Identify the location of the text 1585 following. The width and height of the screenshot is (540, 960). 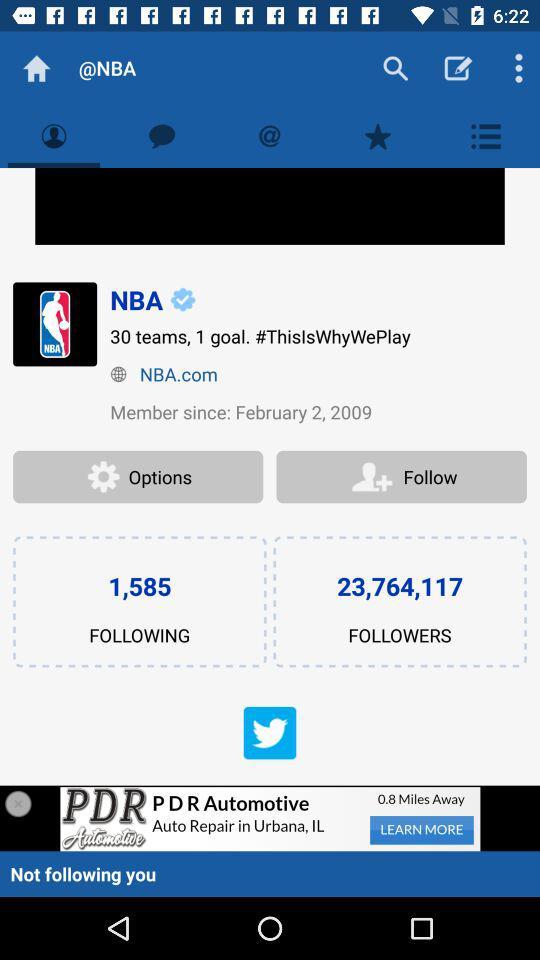
(139, 601).